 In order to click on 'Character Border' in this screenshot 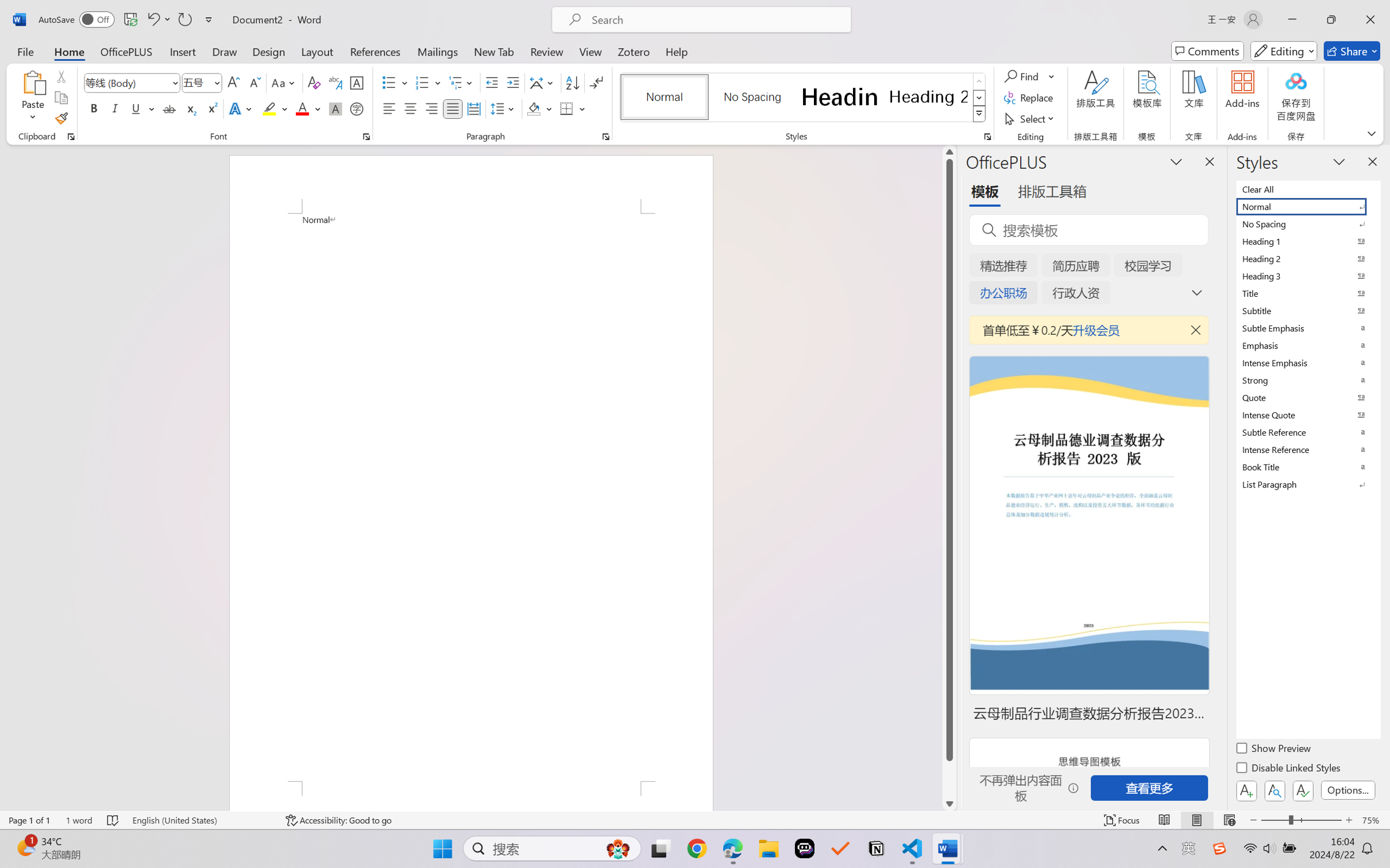, I will do `click(357, 83)`.